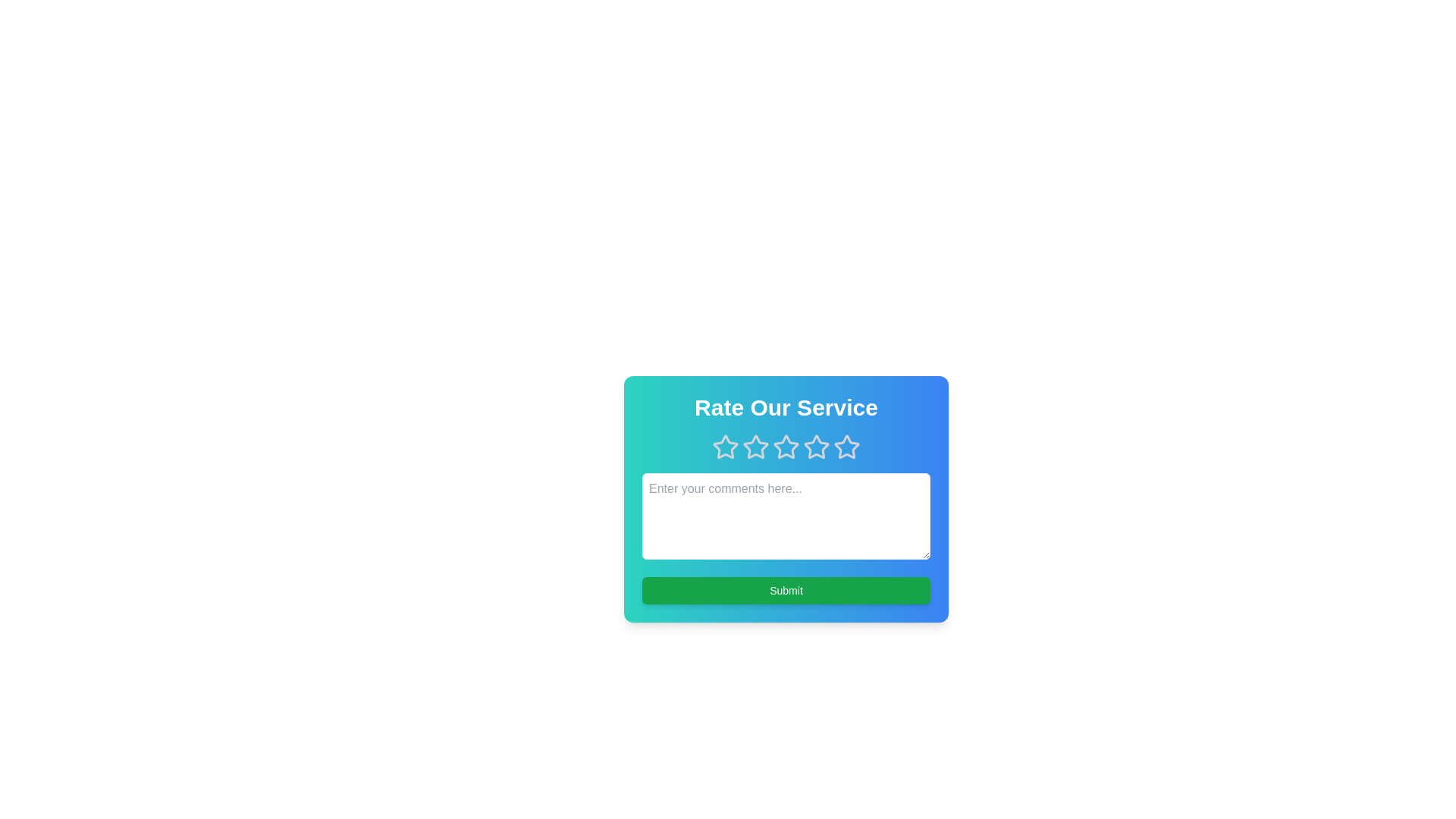 This screenshot has height=819, width=1456. I want to click on the 2 star to observe its hover effect, so click(756, 447).